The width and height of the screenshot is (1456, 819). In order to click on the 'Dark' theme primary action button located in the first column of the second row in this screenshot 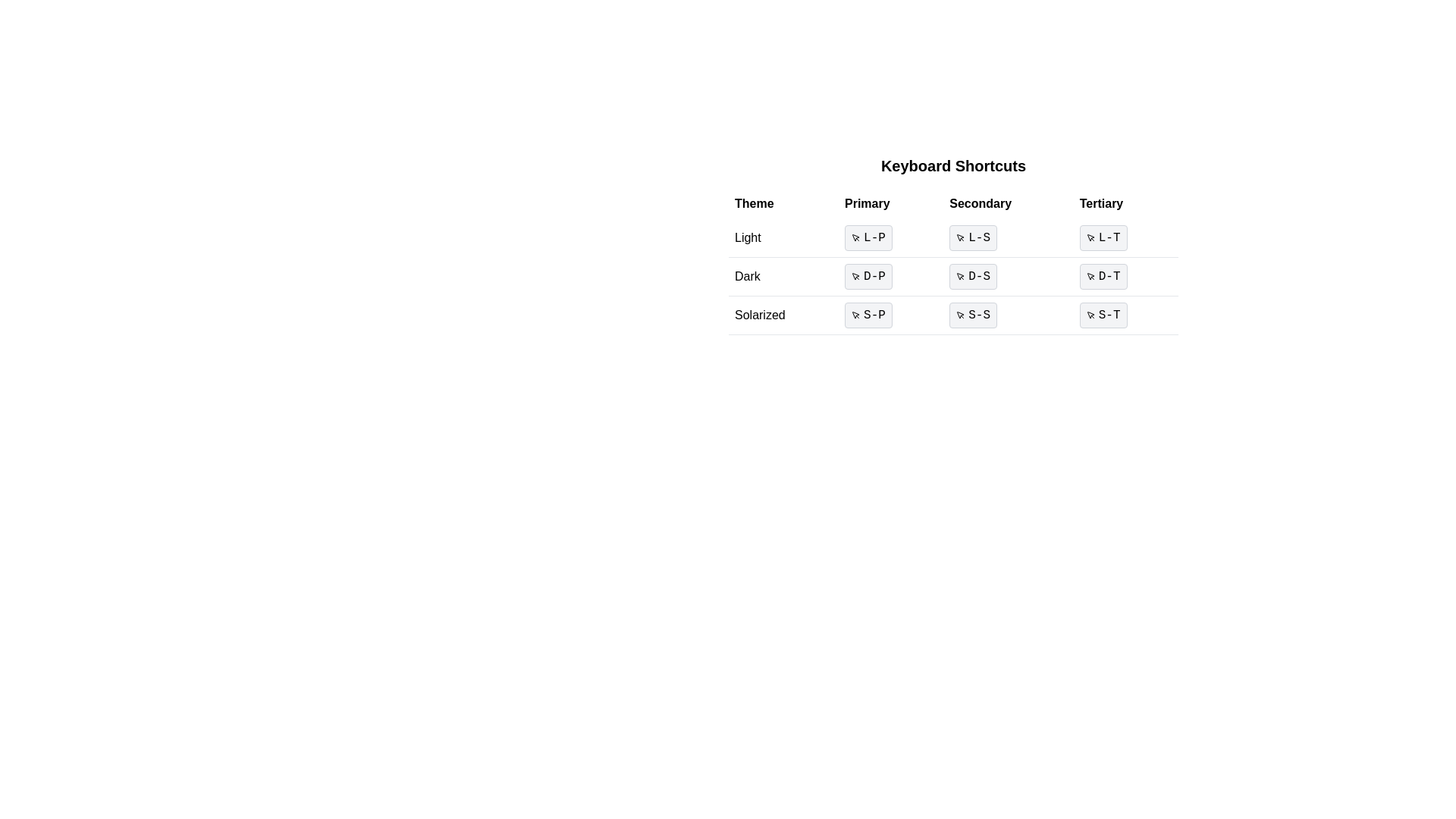, I will do `click(868, 277)`.